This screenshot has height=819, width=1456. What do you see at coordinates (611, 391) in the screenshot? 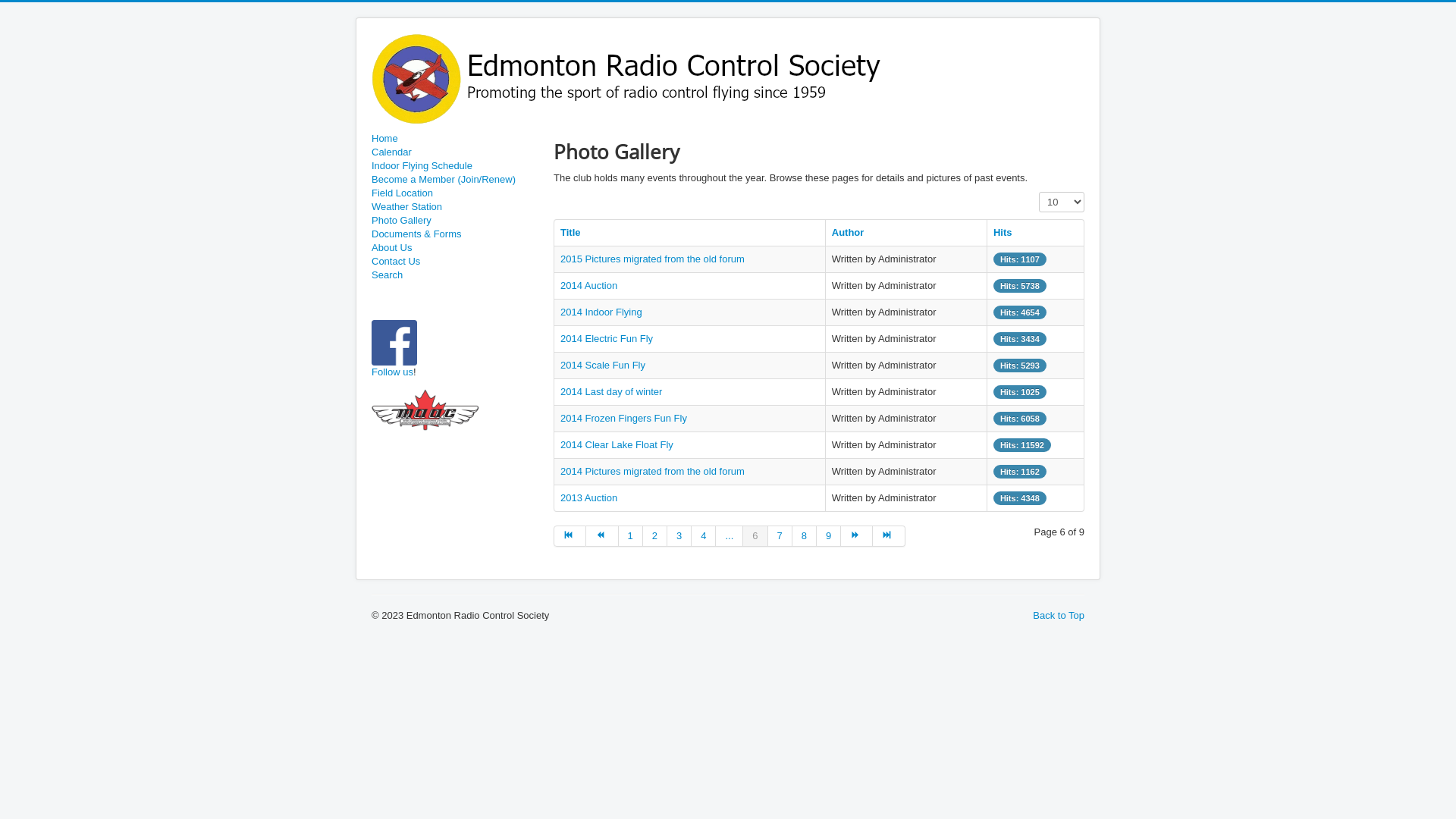
I see `'2014 Last day of winter'` at bounding box center [611, 391].